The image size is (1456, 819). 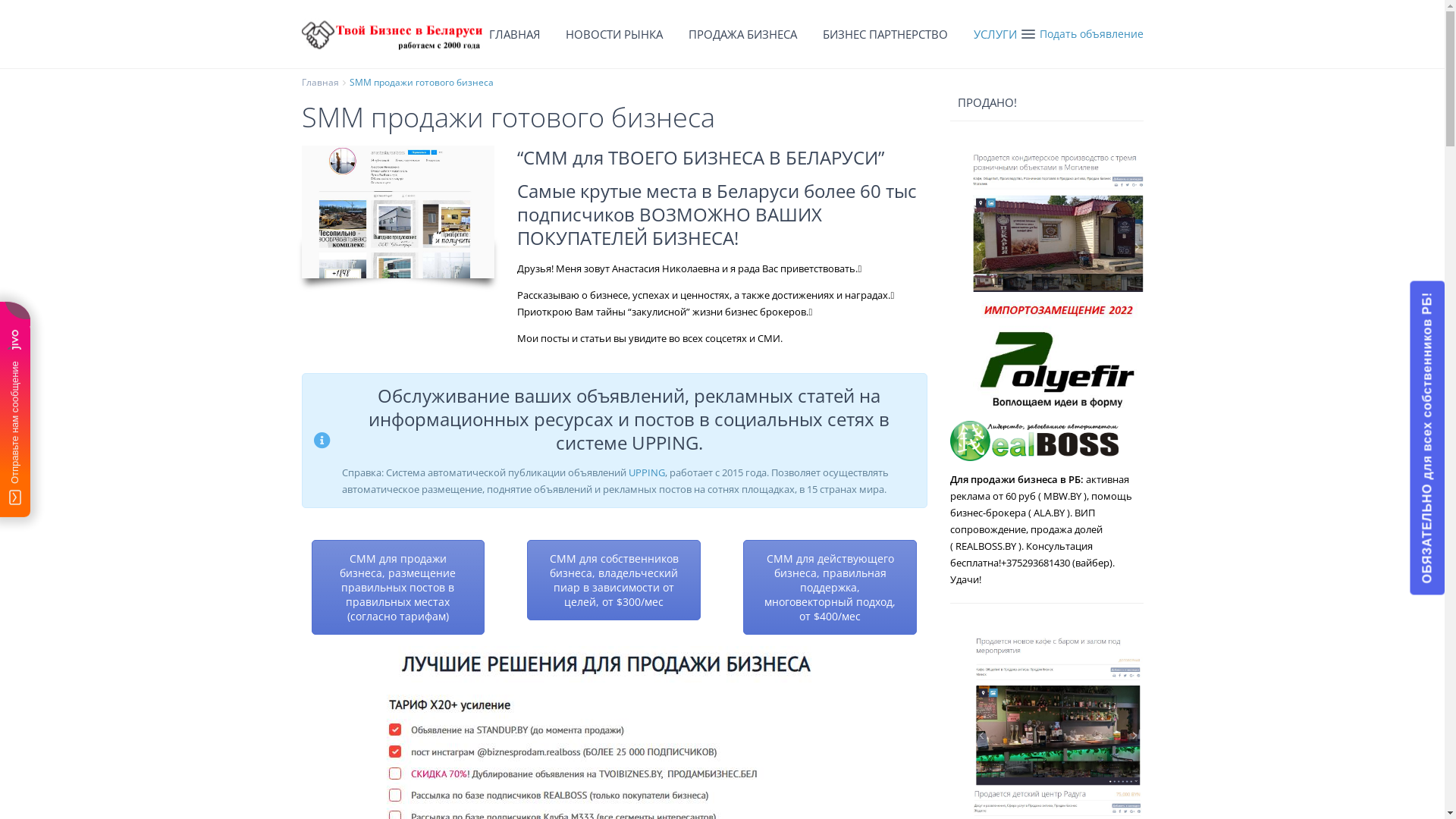 What do you see at coordinates (645, 472) in the screenshot?
I see `' UPPING'` at bounding box center [645, 472].